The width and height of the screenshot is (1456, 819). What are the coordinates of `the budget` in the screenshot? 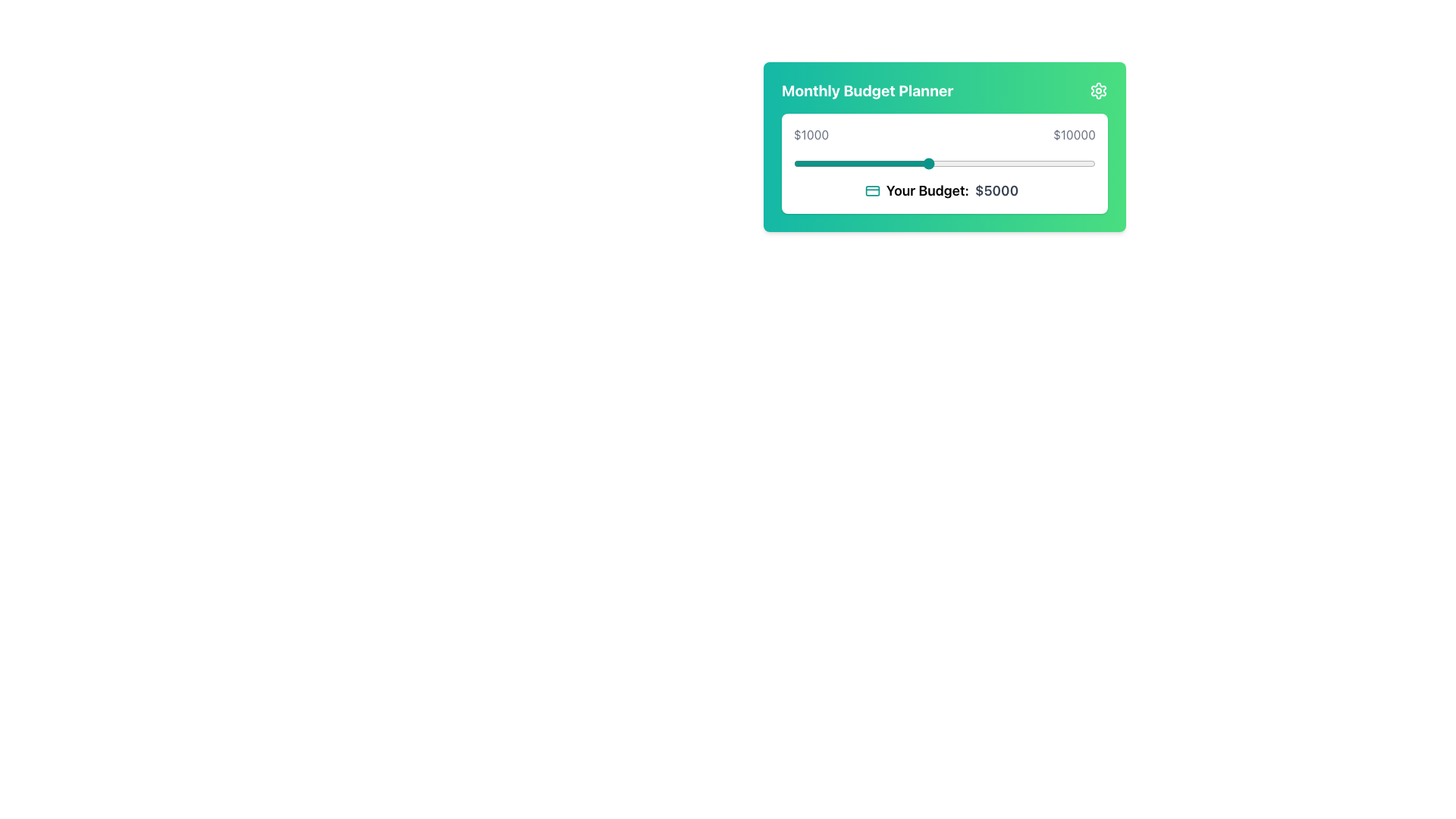 It's located at (936, 164).